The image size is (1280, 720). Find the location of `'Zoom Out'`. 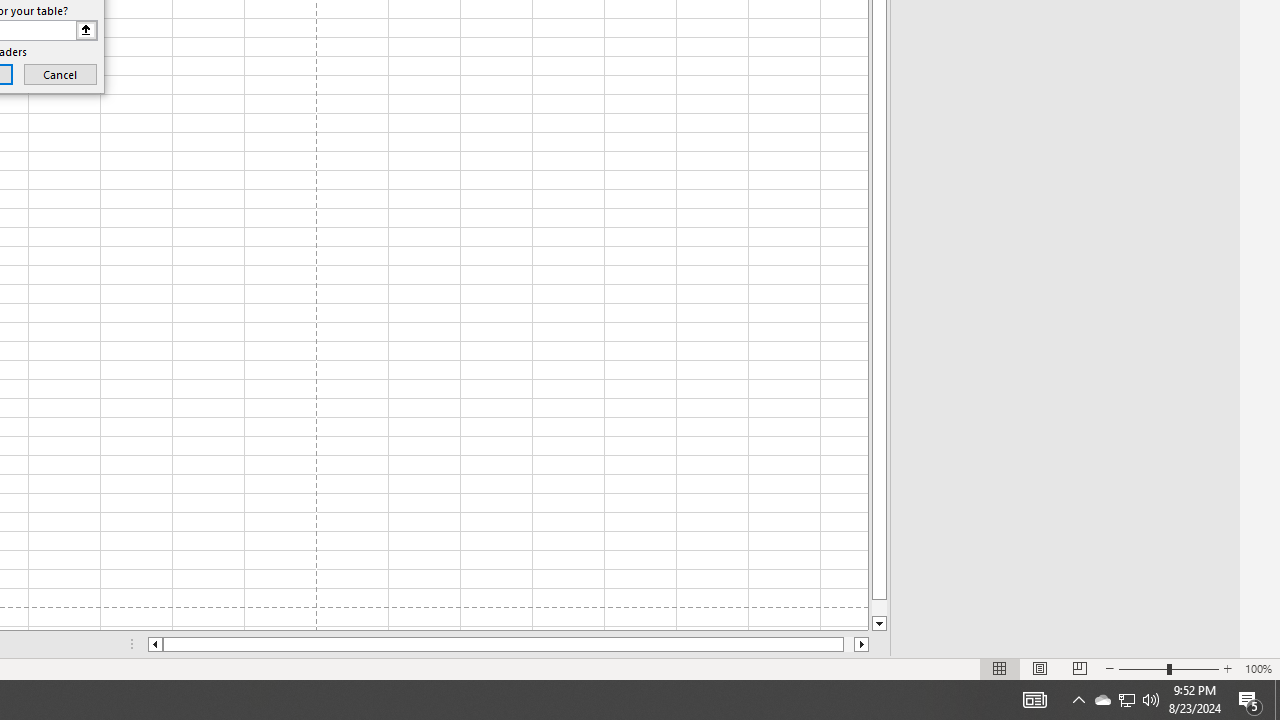

'Zoom Out' is located at coordinates (1143, 669).